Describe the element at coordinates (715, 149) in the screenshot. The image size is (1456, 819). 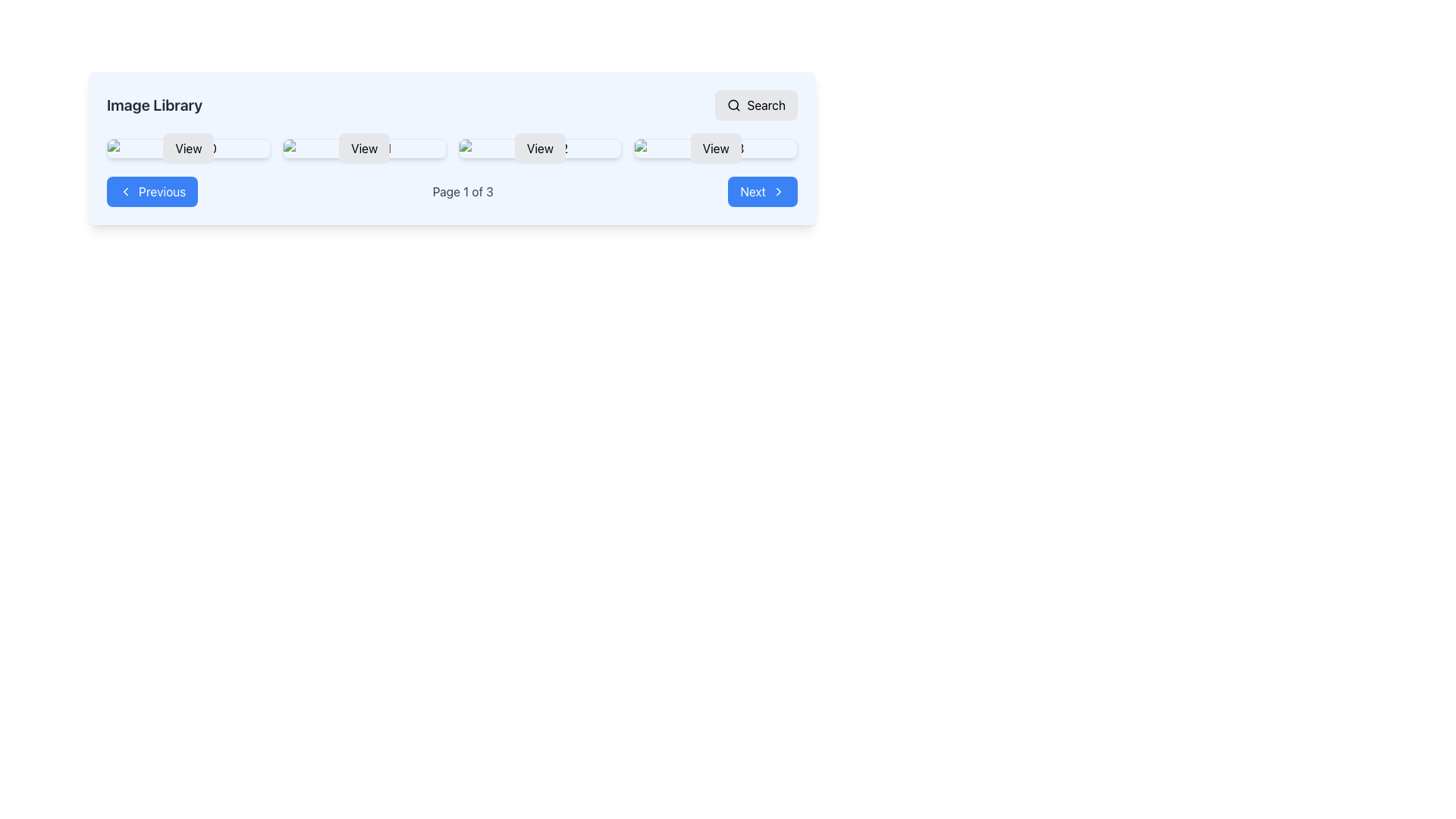
I see `the 'View' button, which is a rectangular button with rounded edges and a light gray background` at that location.